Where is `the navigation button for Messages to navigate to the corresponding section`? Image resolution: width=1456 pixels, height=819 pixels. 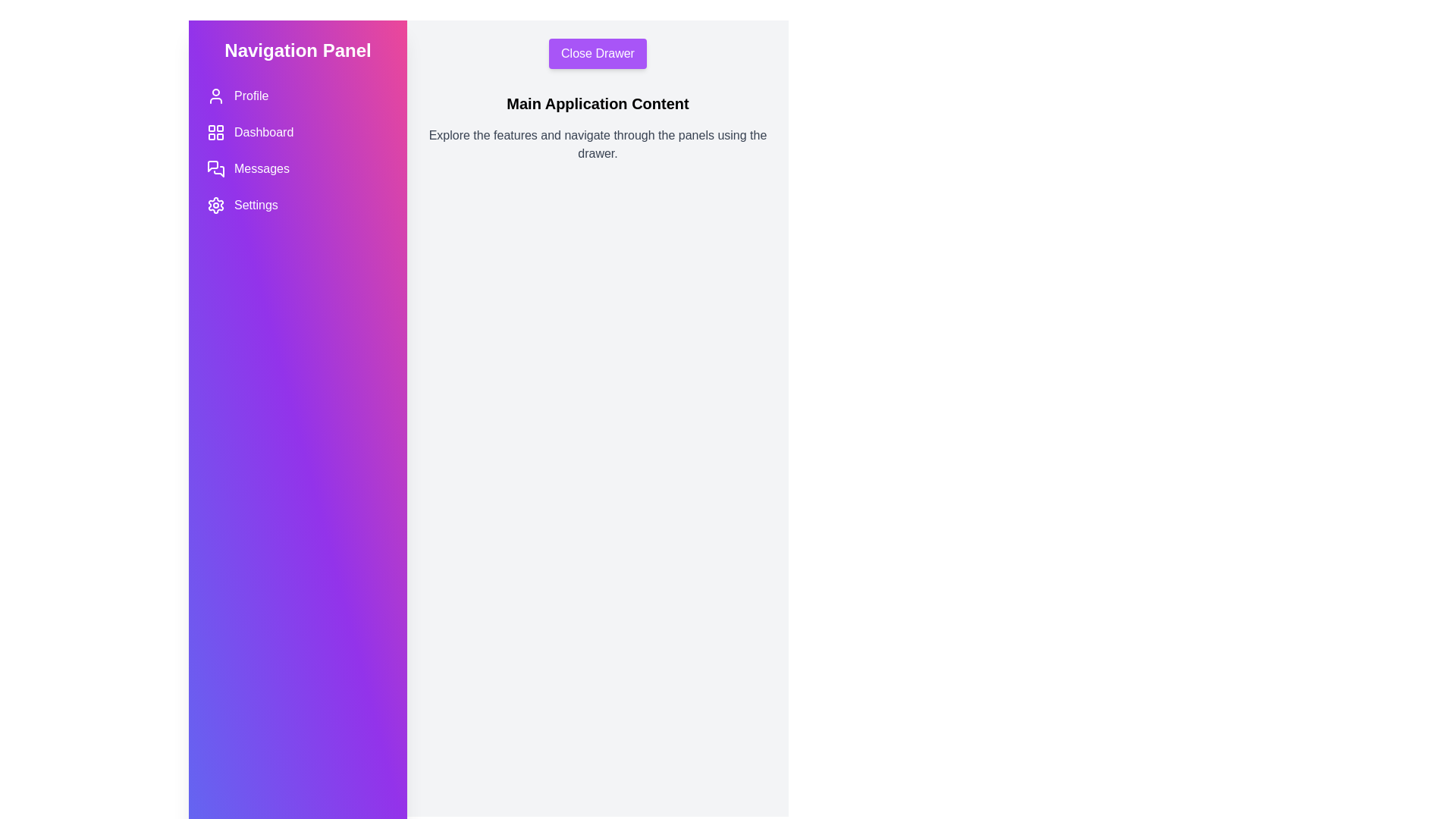
the navigation button for Messages to navigate to the corresponding section is located at coordinates (298, 169).